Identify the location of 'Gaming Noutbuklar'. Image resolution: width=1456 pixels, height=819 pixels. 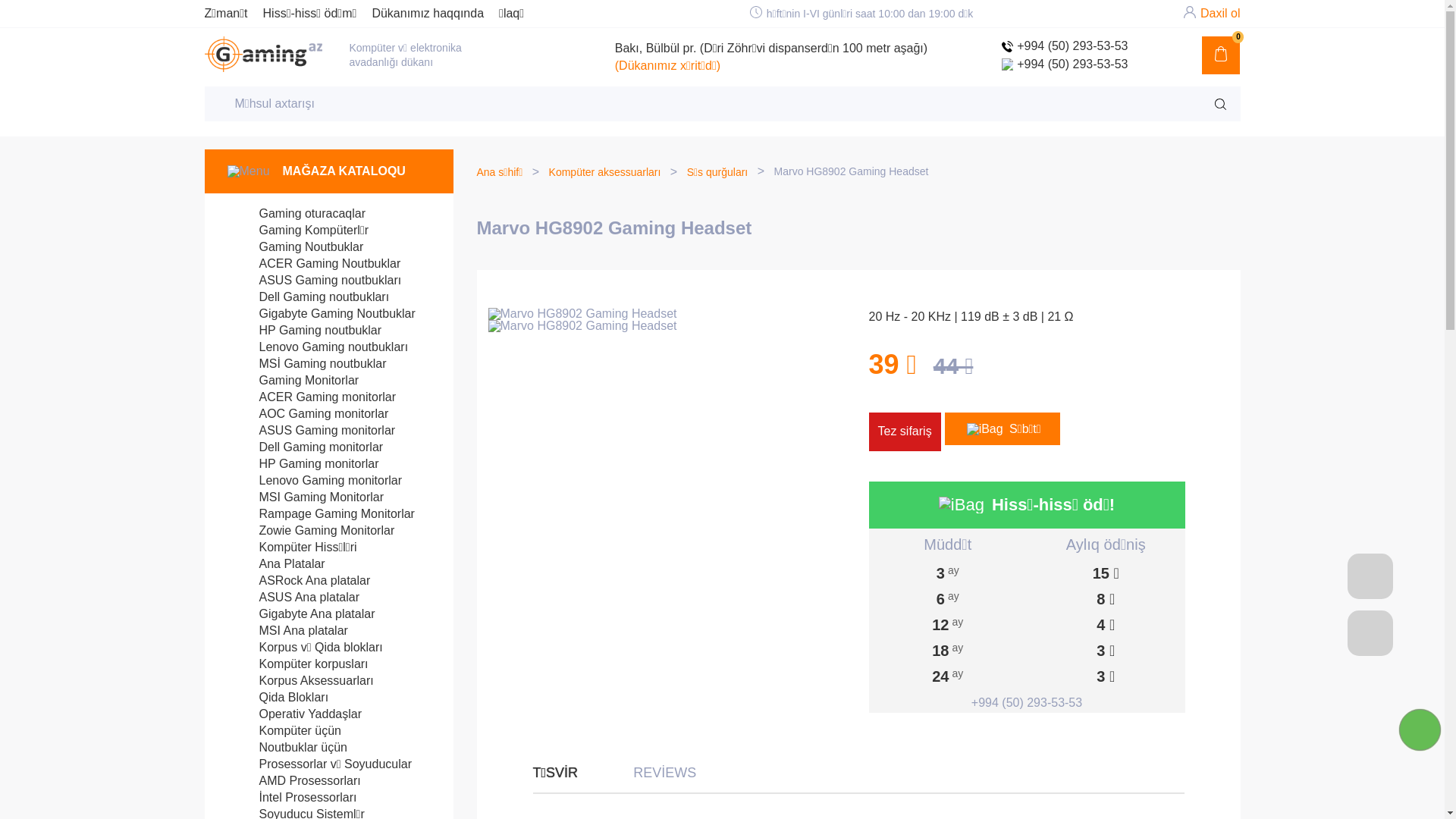
(295, 246).